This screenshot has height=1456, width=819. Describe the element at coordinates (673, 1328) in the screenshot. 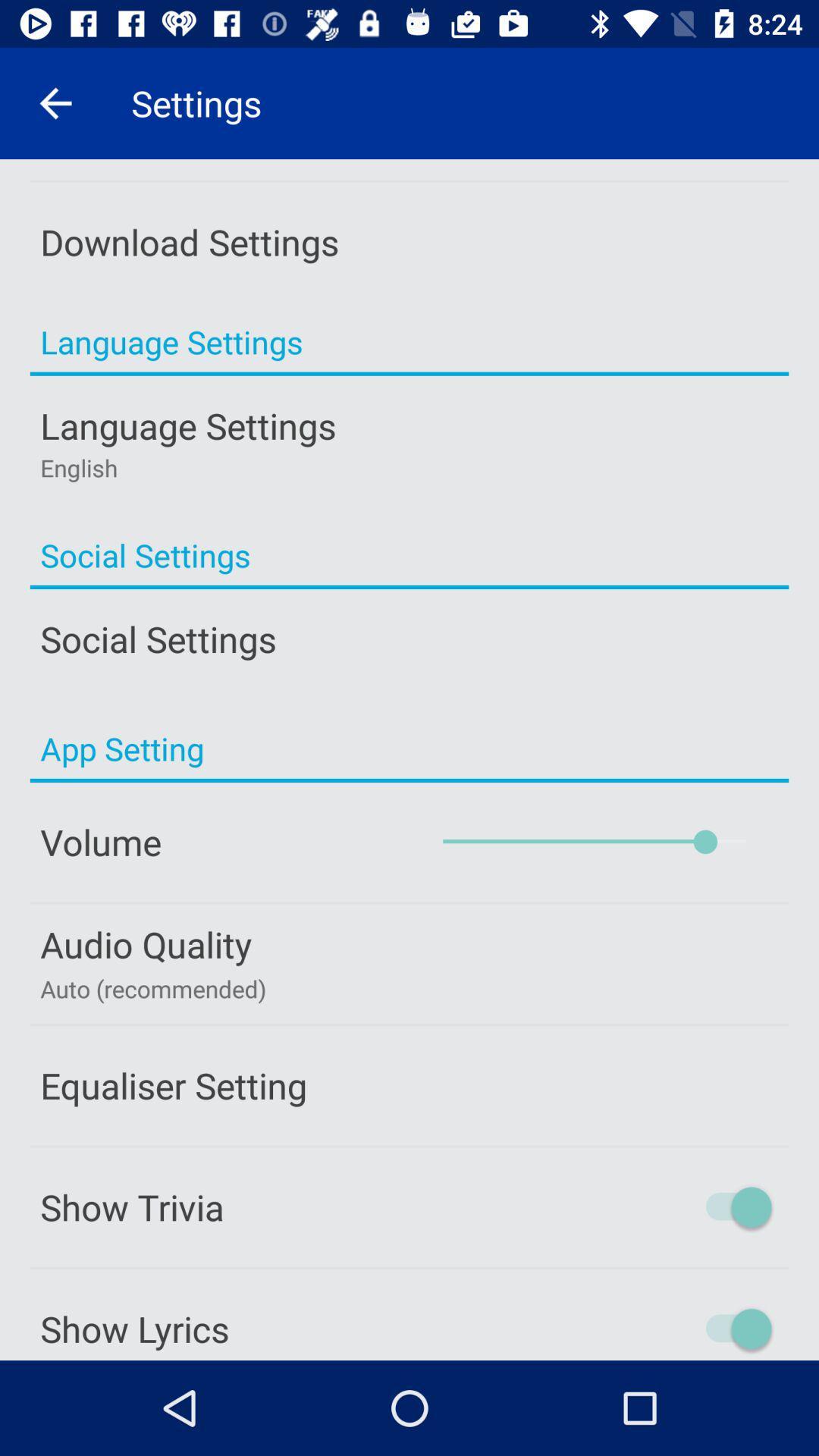

I see `show lyrics button` at that location.